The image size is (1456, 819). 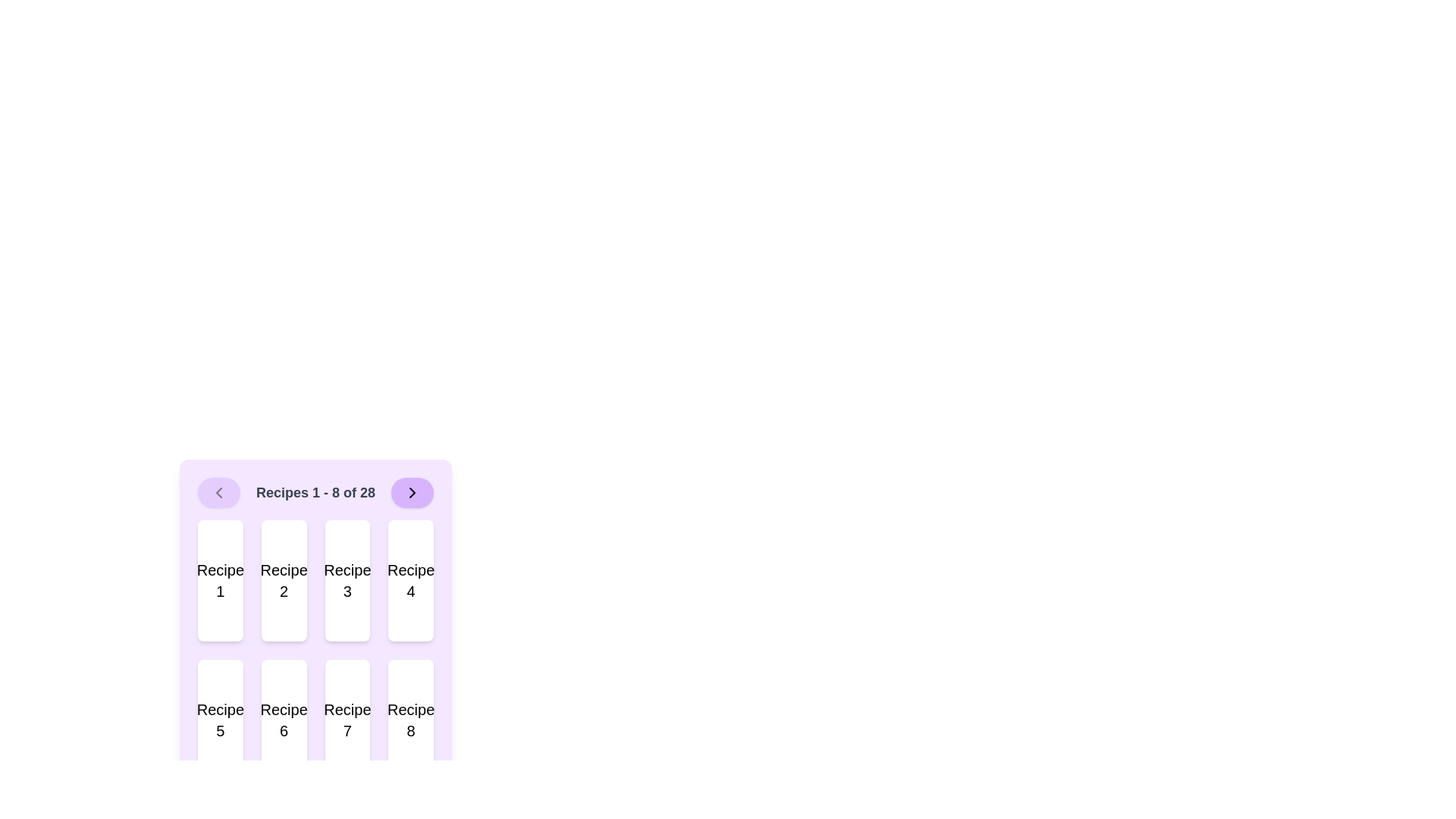 What do you see at coordinates (218, 493) in the screenshot?
I see `the left-pointing chevron icon button with a light purple background located at the top-left corner of the navigation bar` at bounding box center [218, 493].